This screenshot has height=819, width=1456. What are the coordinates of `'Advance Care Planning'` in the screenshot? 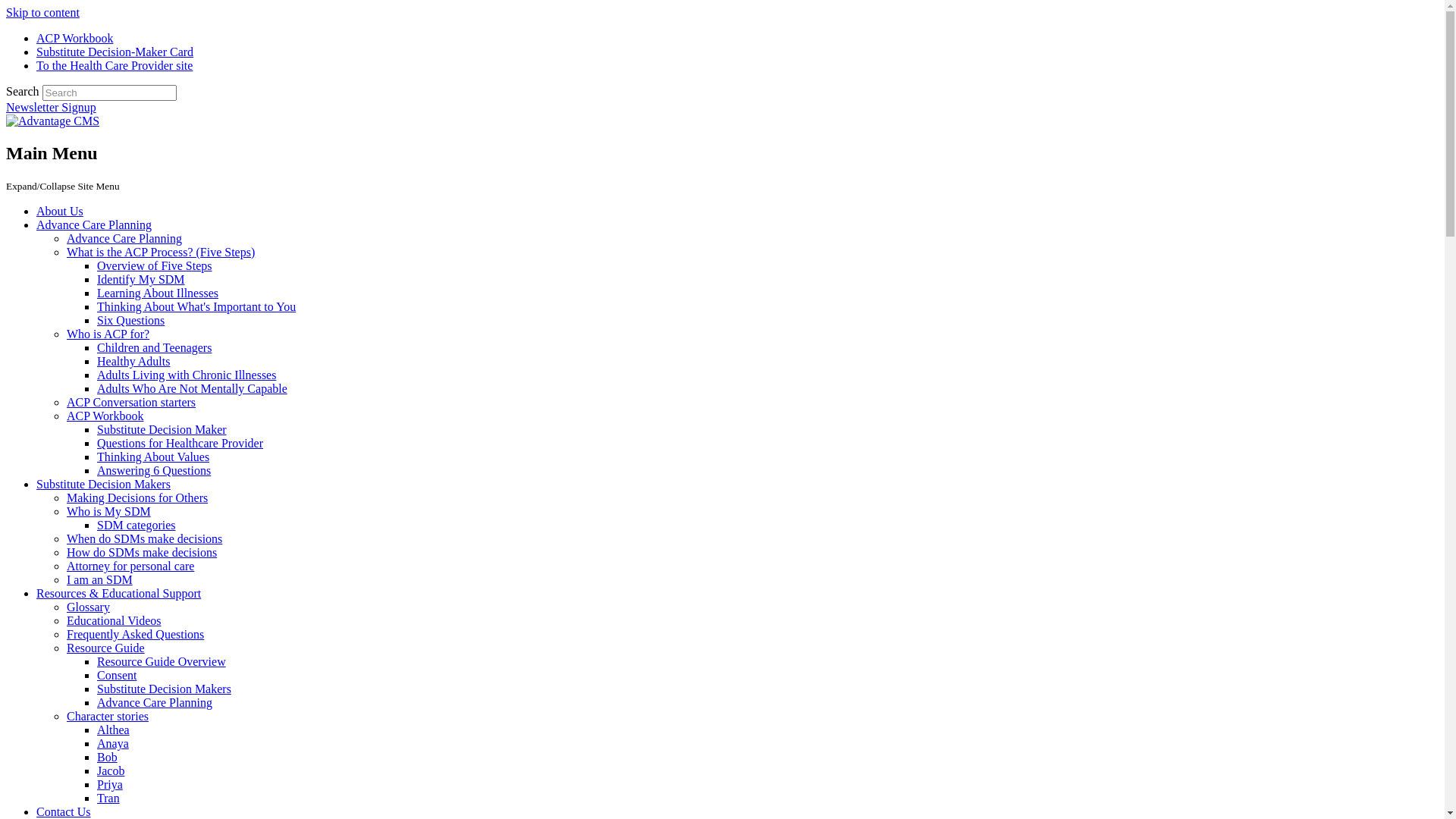 It's located at (93, 224).